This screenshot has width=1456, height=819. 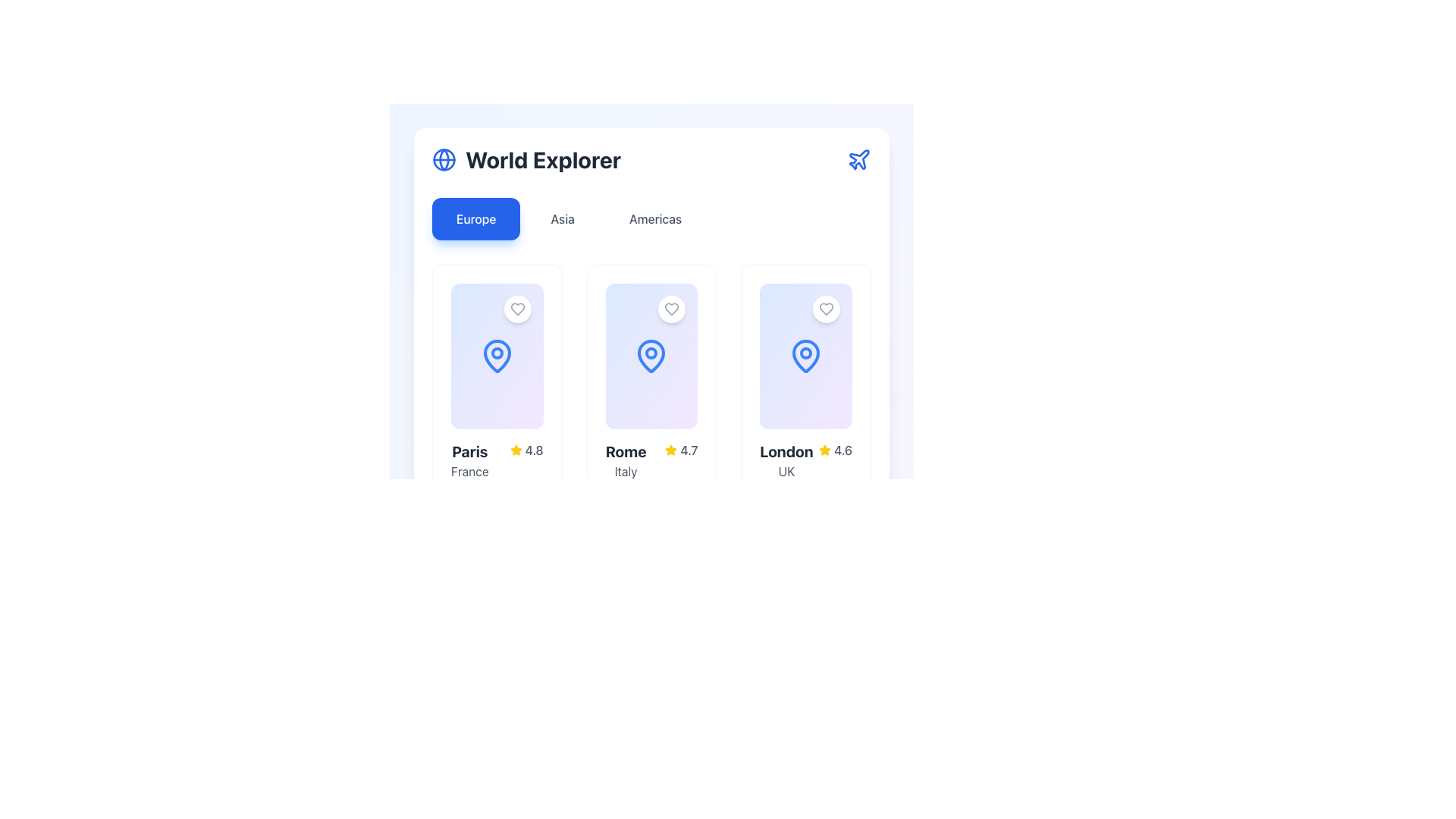 What do you see at coordinates (859, 159) in the screenshot?
I see `the airplane icon located in the top-right corner of the interface, next to the title 'World Explorer'` at bounding box center [859, 159].